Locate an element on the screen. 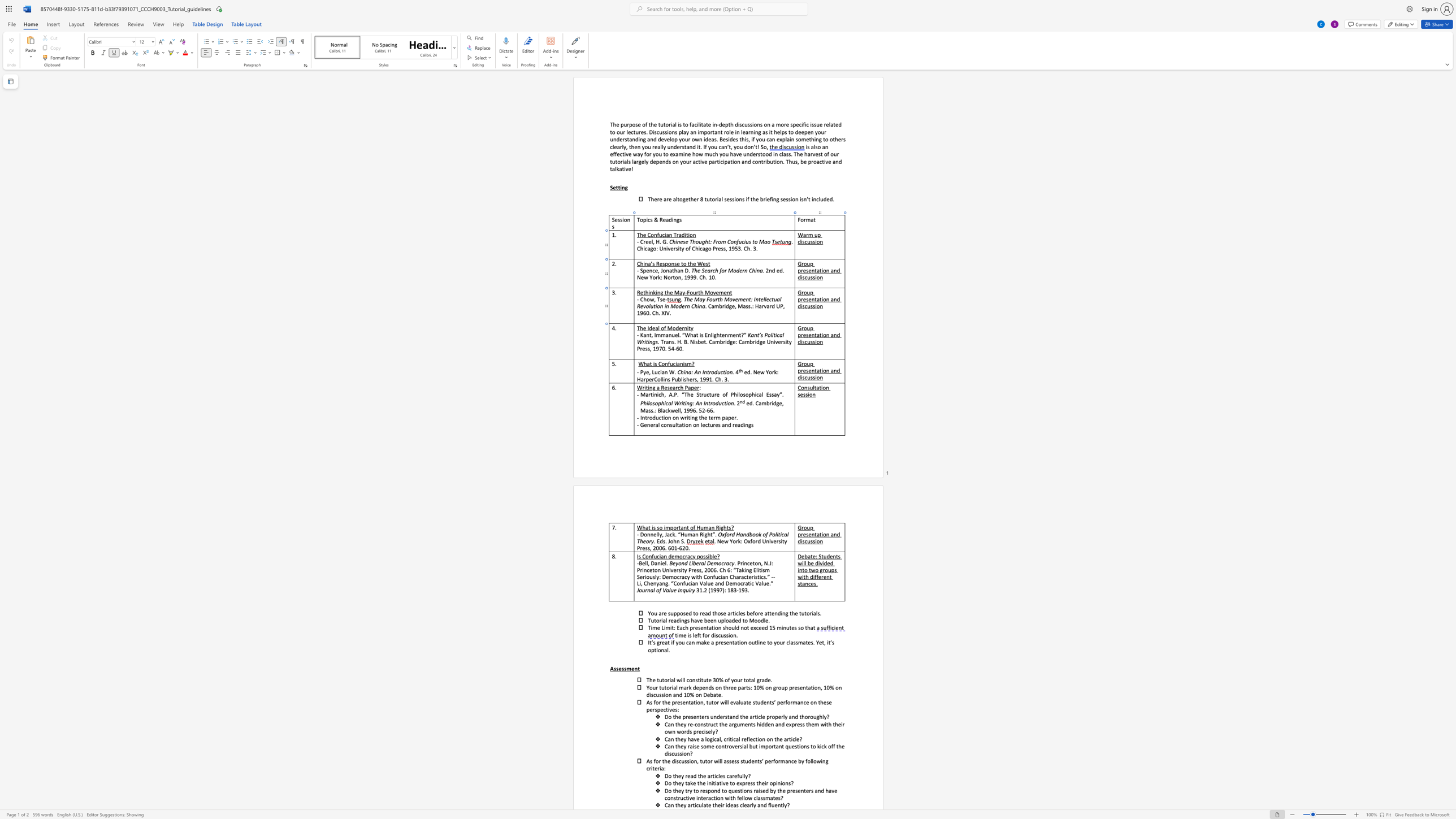 Image resolution: width=1456 pixels, height=819 pixels. the 2th character "p" in the text is located at coordinates (799, 334).